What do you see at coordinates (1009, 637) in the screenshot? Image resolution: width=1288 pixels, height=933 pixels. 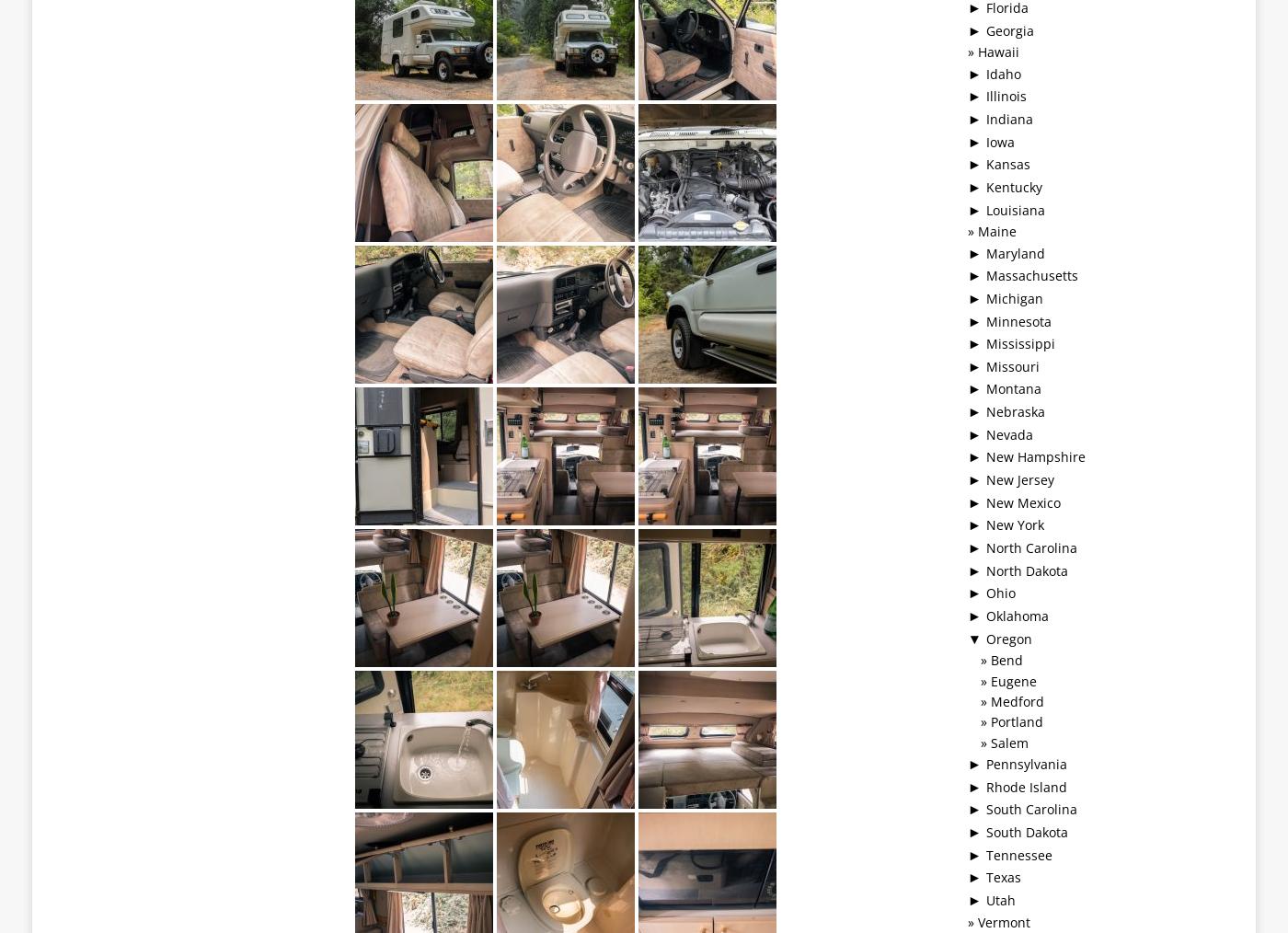 I see `'Oregon'` at bounding box center [1009, 637].